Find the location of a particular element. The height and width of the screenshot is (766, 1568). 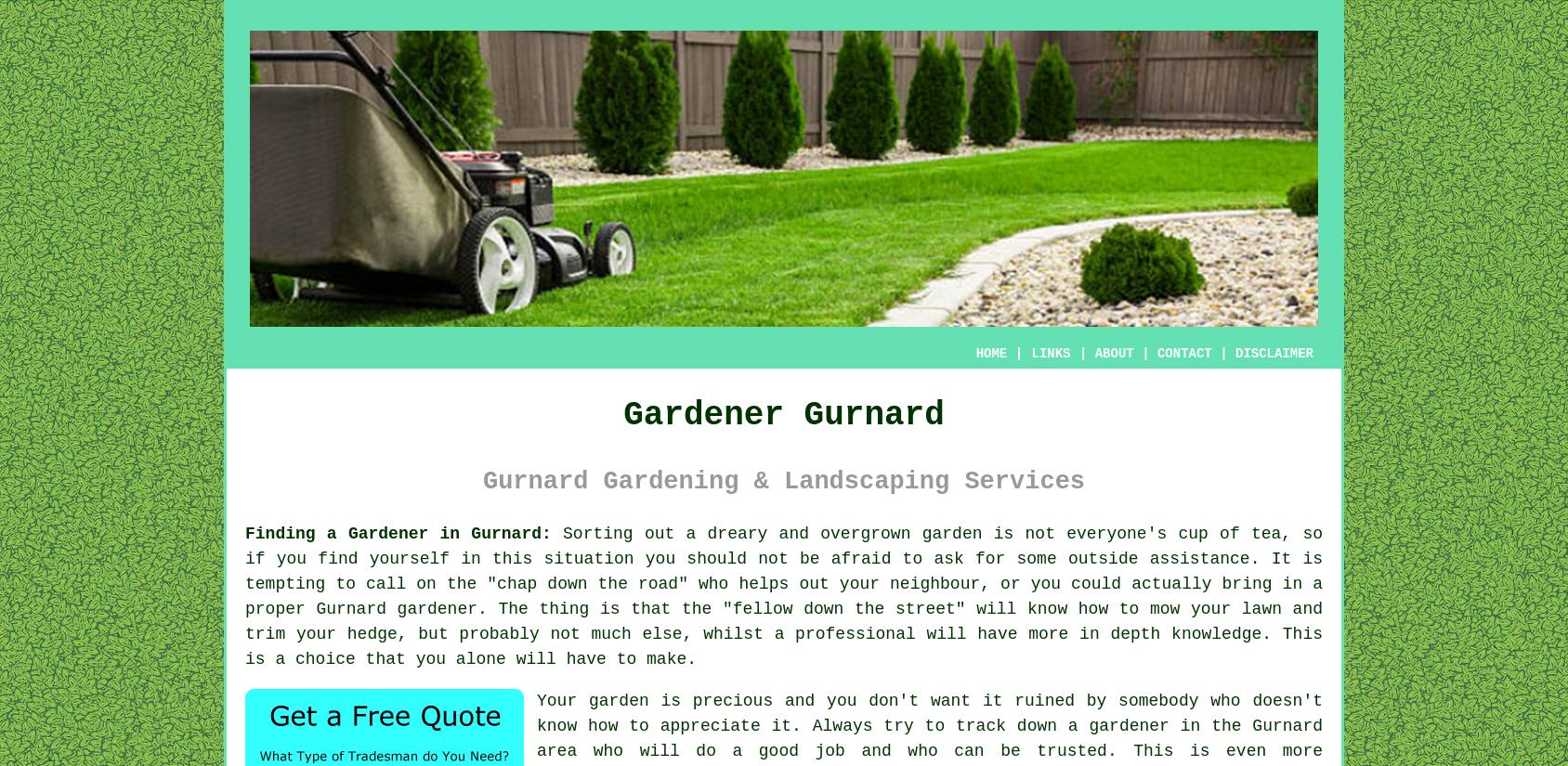

'Finding a Gardener in Gurnard:' is located at coordinates (397, 533).